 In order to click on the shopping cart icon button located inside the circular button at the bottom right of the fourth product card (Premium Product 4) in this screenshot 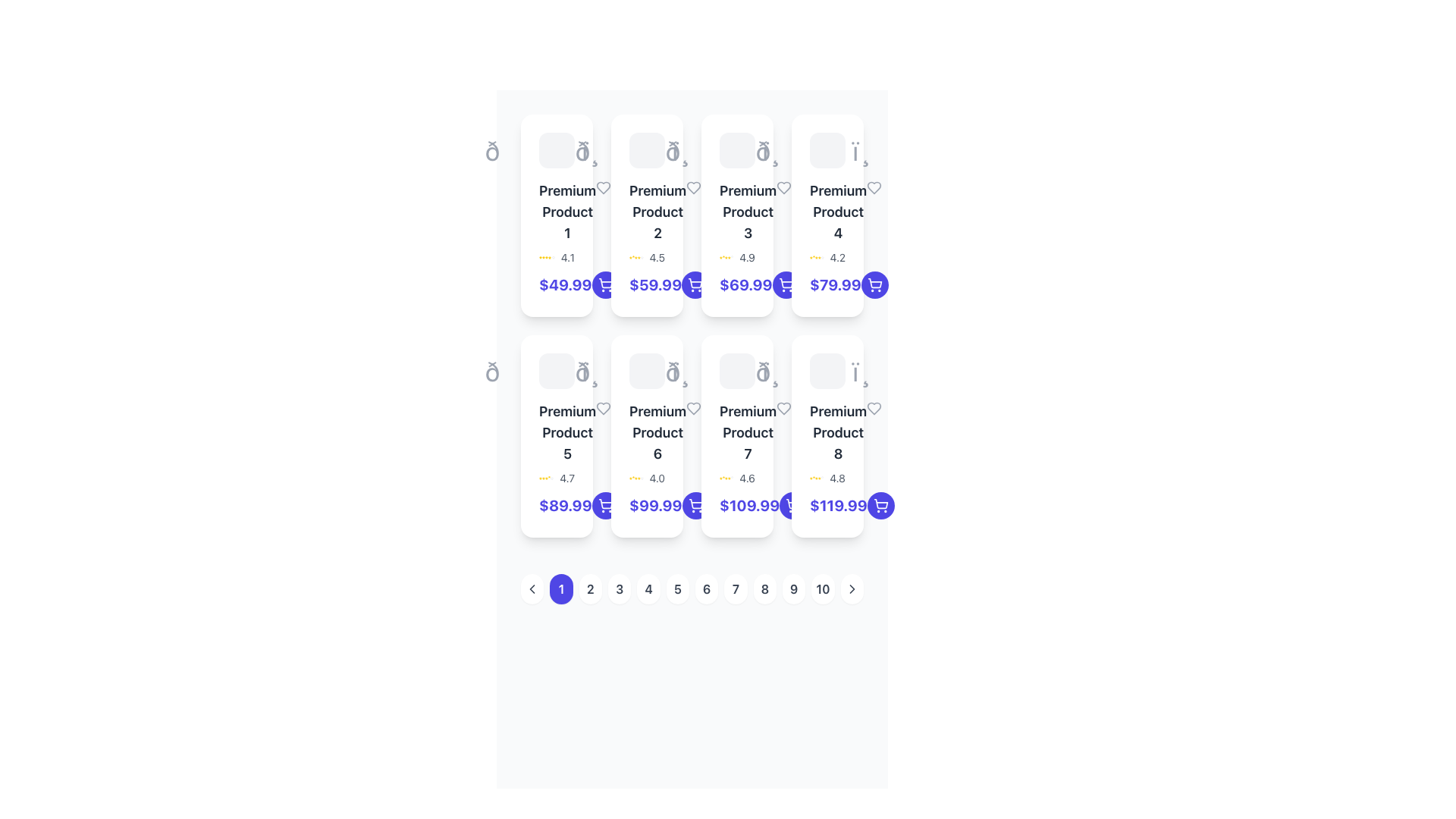, I will do `click(786, 283)`.